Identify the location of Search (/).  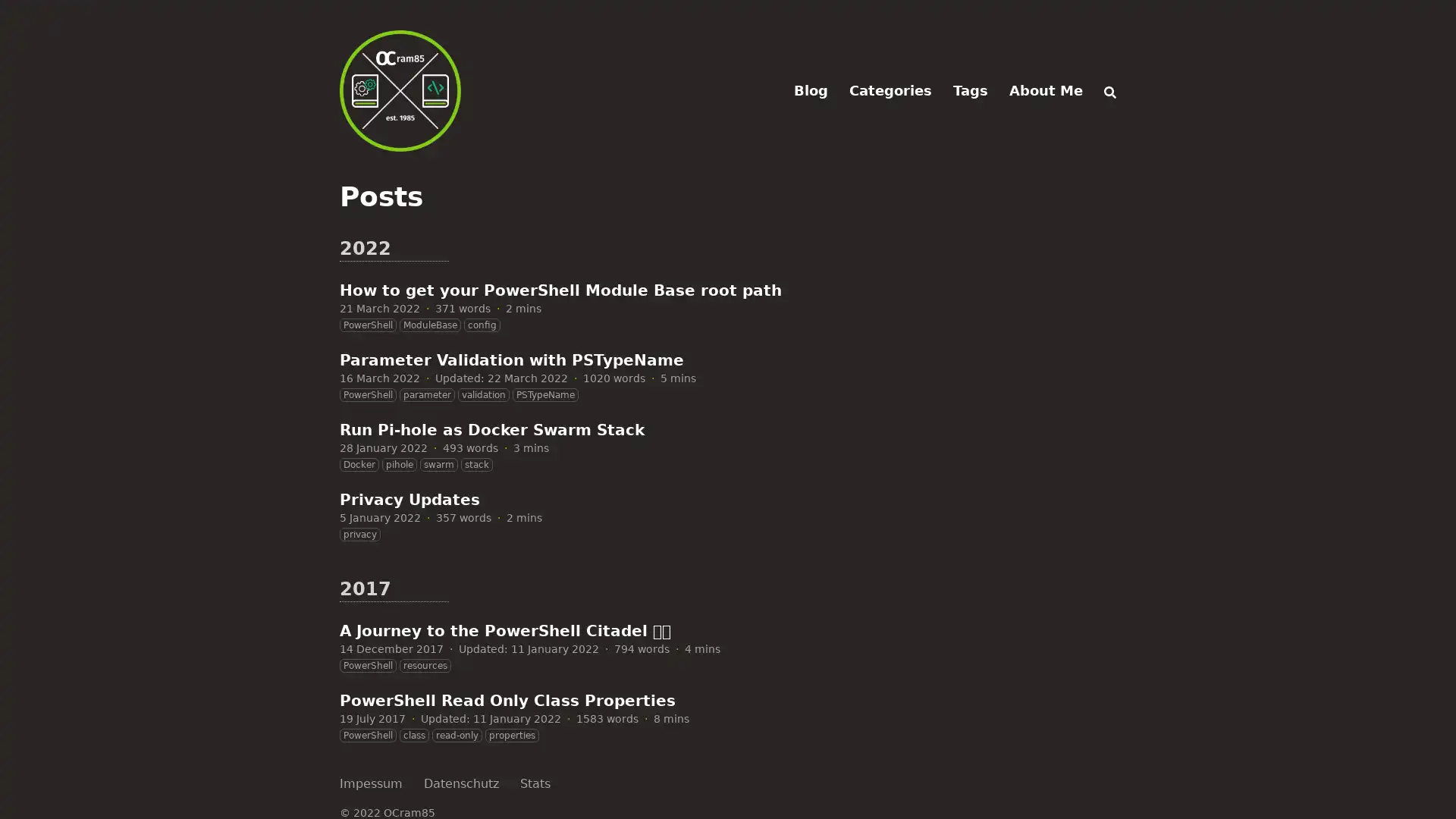
(1110, 91).